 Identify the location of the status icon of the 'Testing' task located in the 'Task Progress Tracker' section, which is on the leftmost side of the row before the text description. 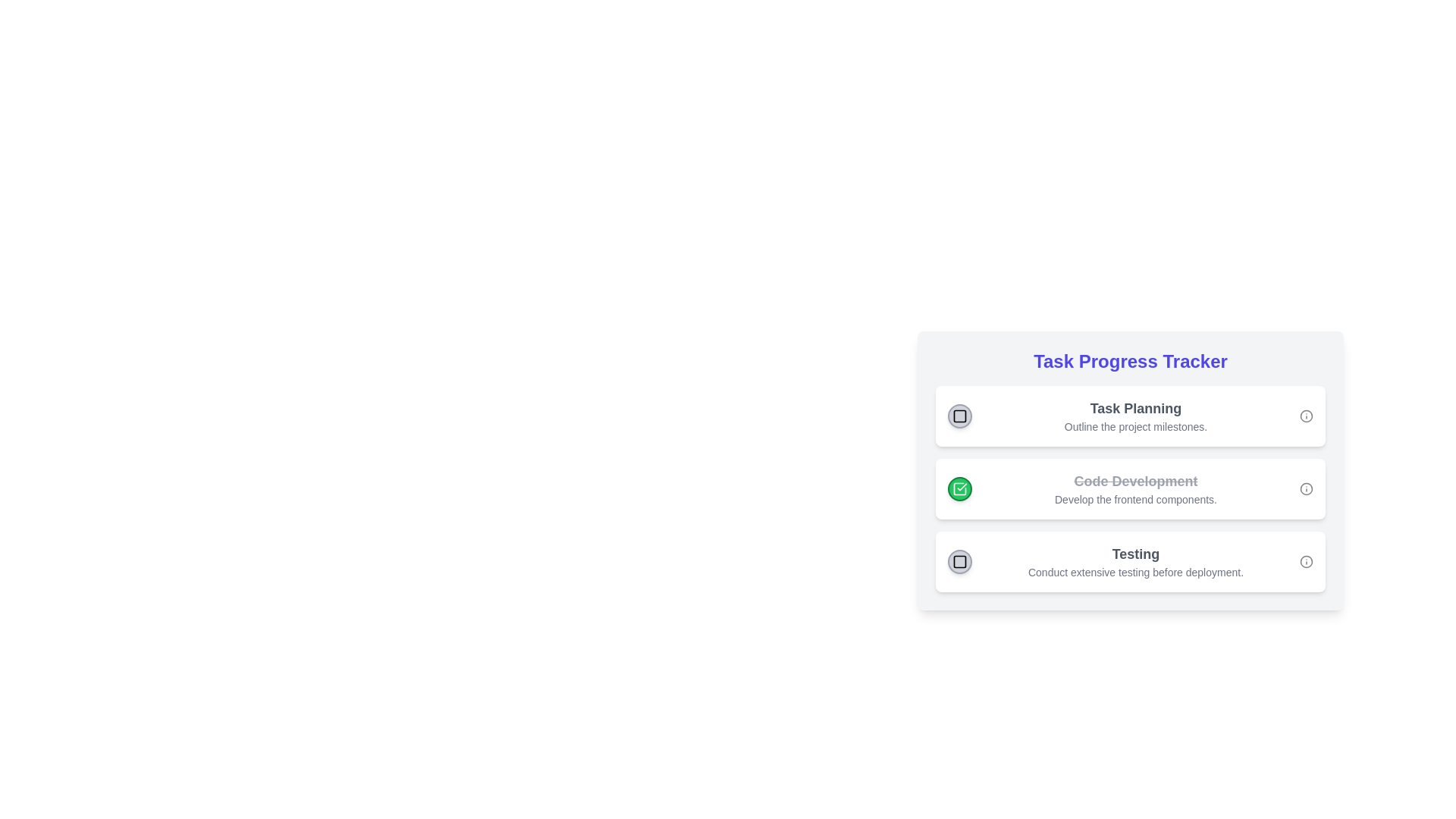
(959, 561).